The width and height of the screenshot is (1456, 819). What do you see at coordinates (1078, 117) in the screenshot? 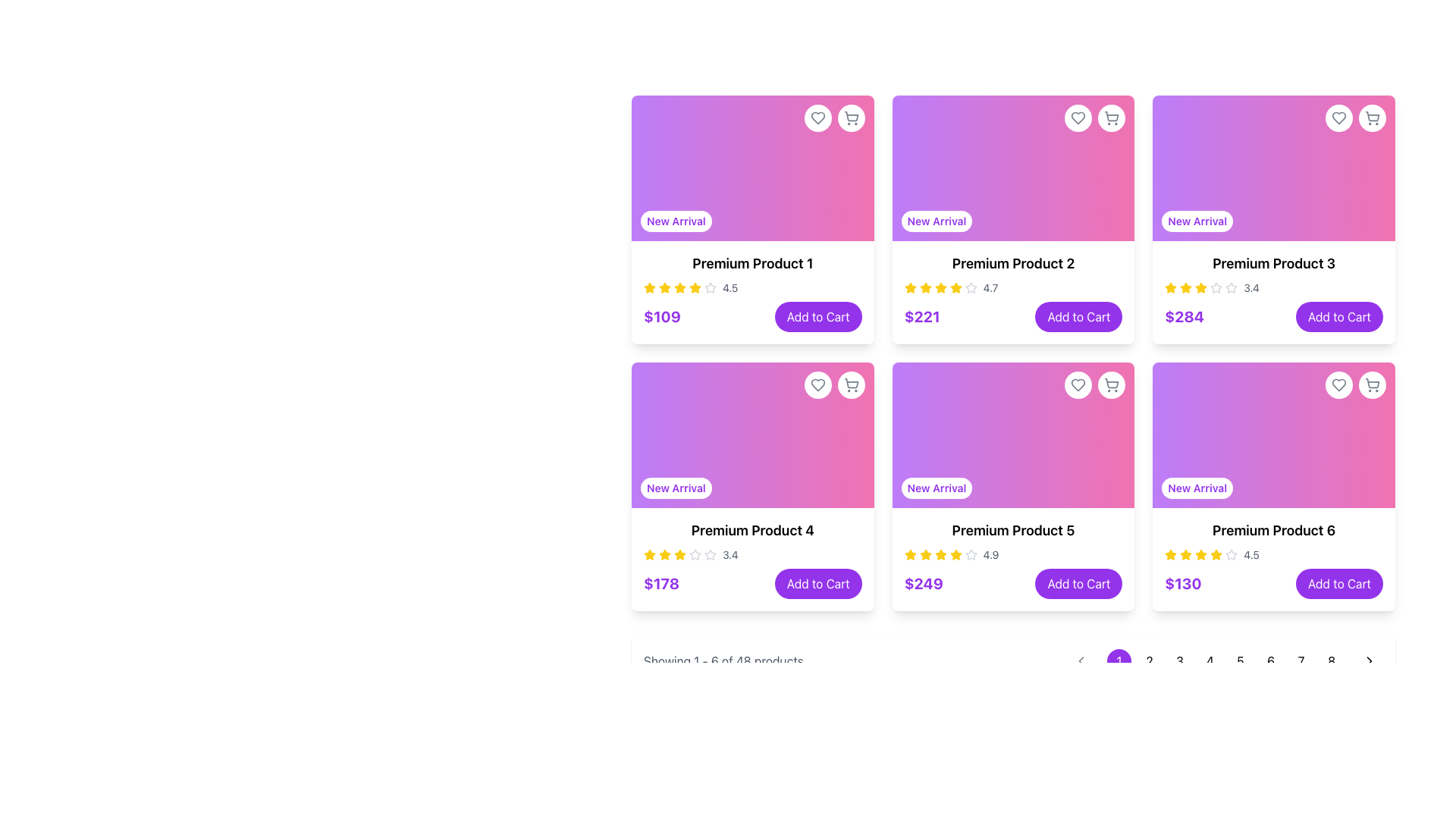
I see `the heart icon button located in the top-right corner of the 'Premium Product 2' card` at bounding box center [1078, 117].